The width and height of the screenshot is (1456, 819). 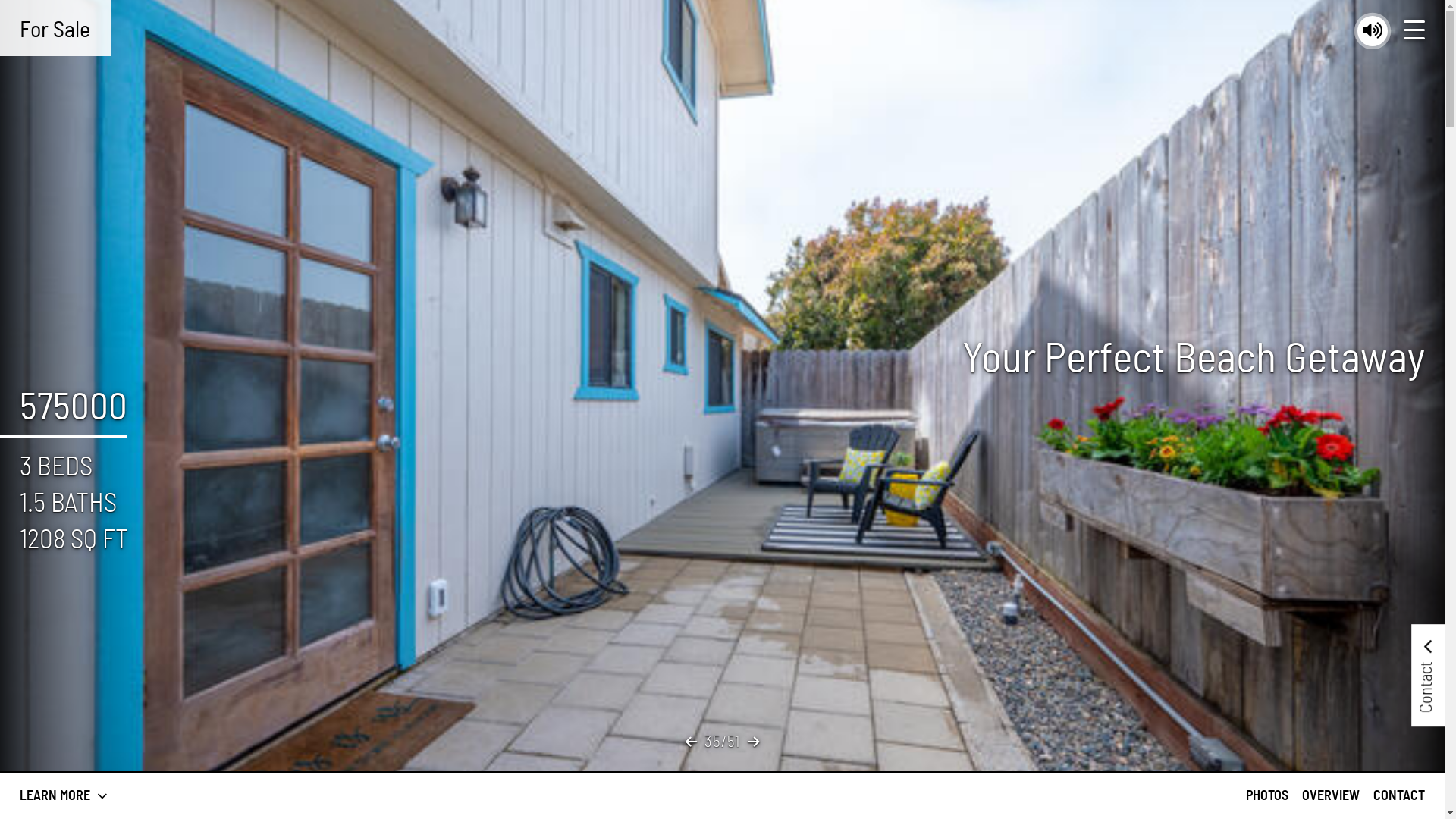 I want to click on 'OVERVIEW', so click(x=1330, y=795).